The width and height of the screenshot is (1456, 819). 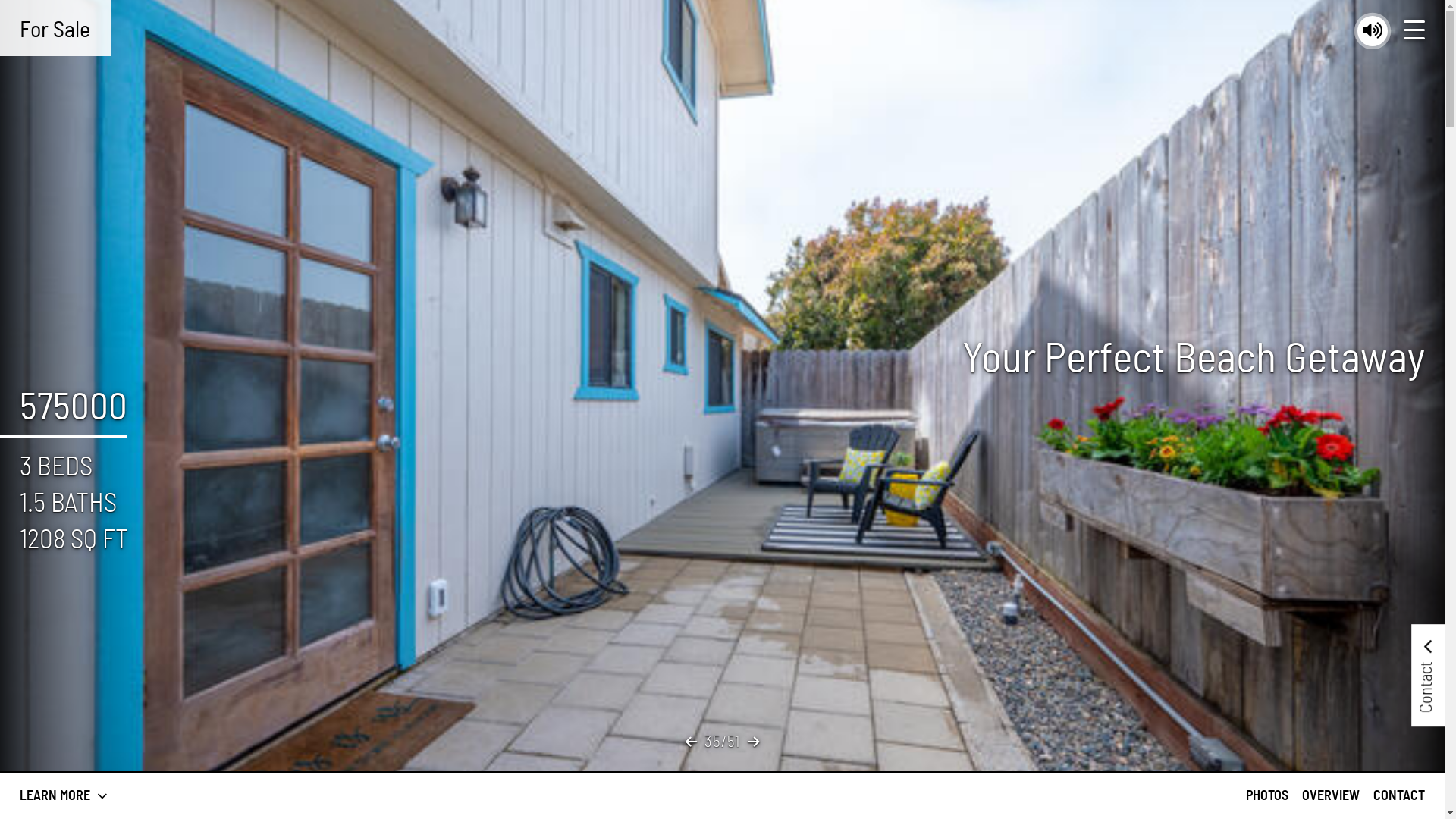 I want to click on 'OVERVIEW', so click(x=1330, y=795).